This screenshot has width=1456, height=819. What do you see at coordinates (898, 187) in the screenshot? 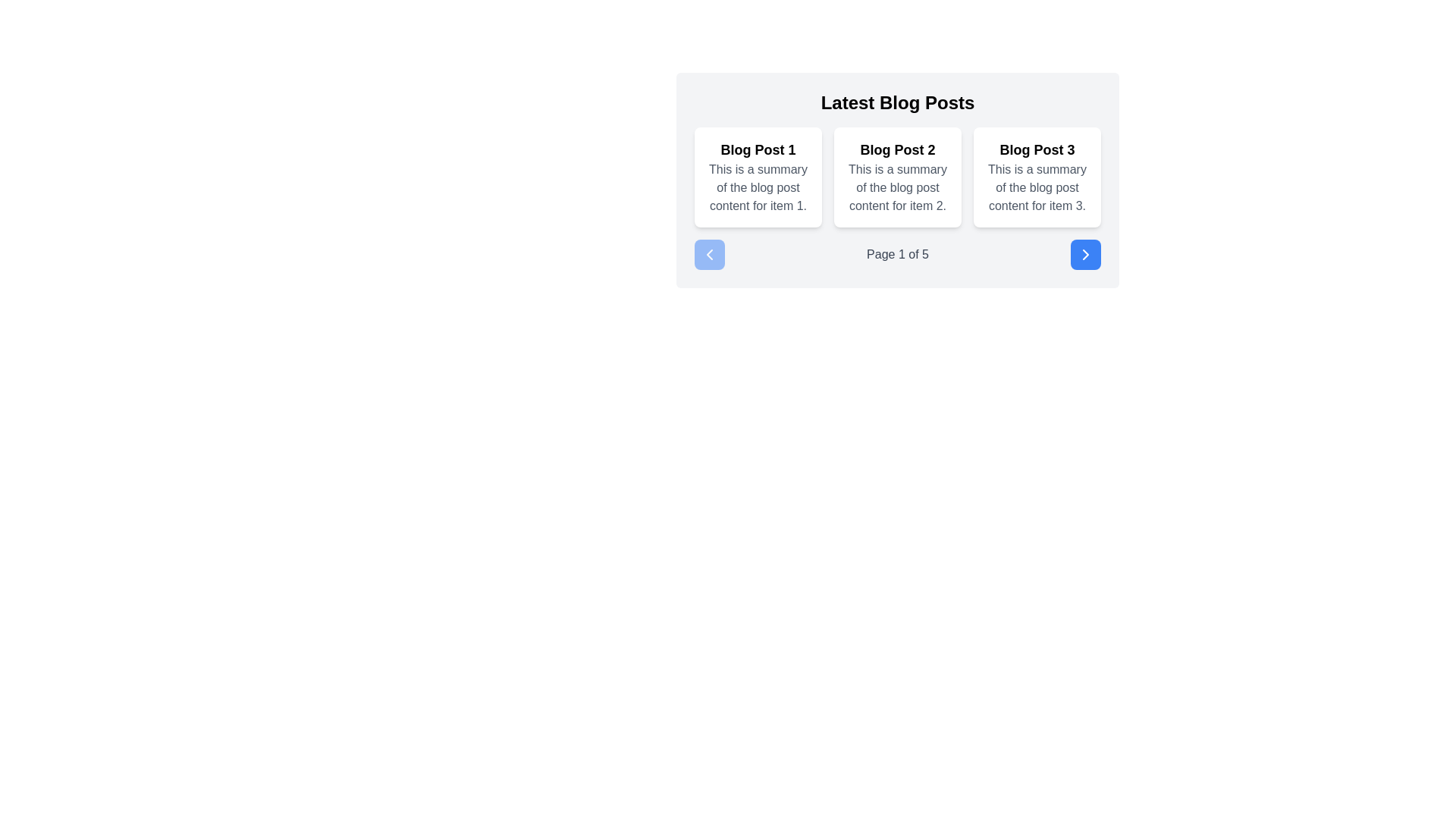
I see `the text block styled with a gray font color that reads: 'This is a summary of the blog post content for item 2.' located under the heading 'Blog Post 2' within the second card of the 'Latest Blog Posts' section` at bounding box center [898, 187].